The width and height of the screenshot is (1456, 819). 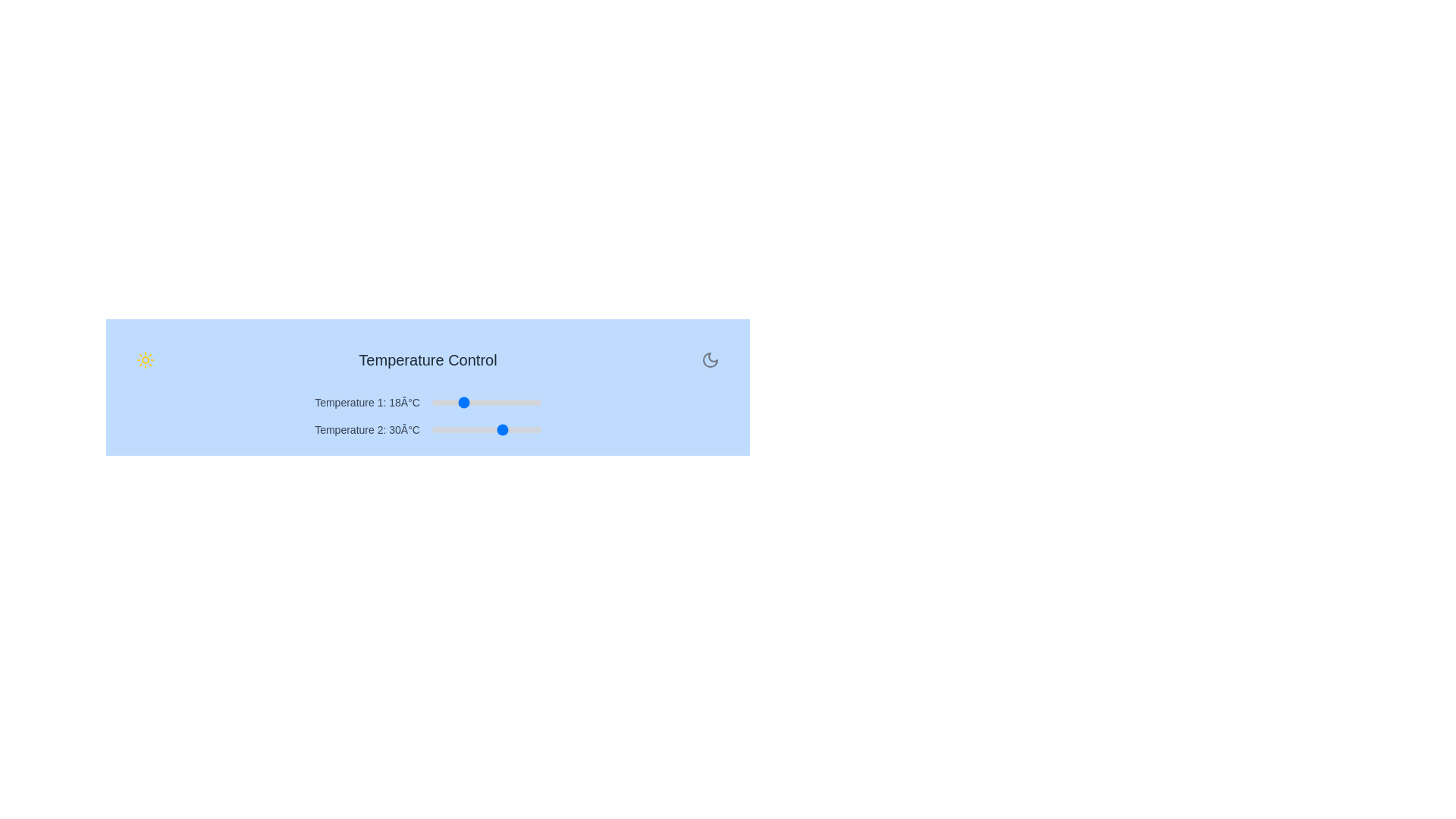 What do you see at coordinates (427, 402) in the screenshot?
I see `the slider for 'Temperature 1: 18°C' to set a value` at bounding box center [427, 402].